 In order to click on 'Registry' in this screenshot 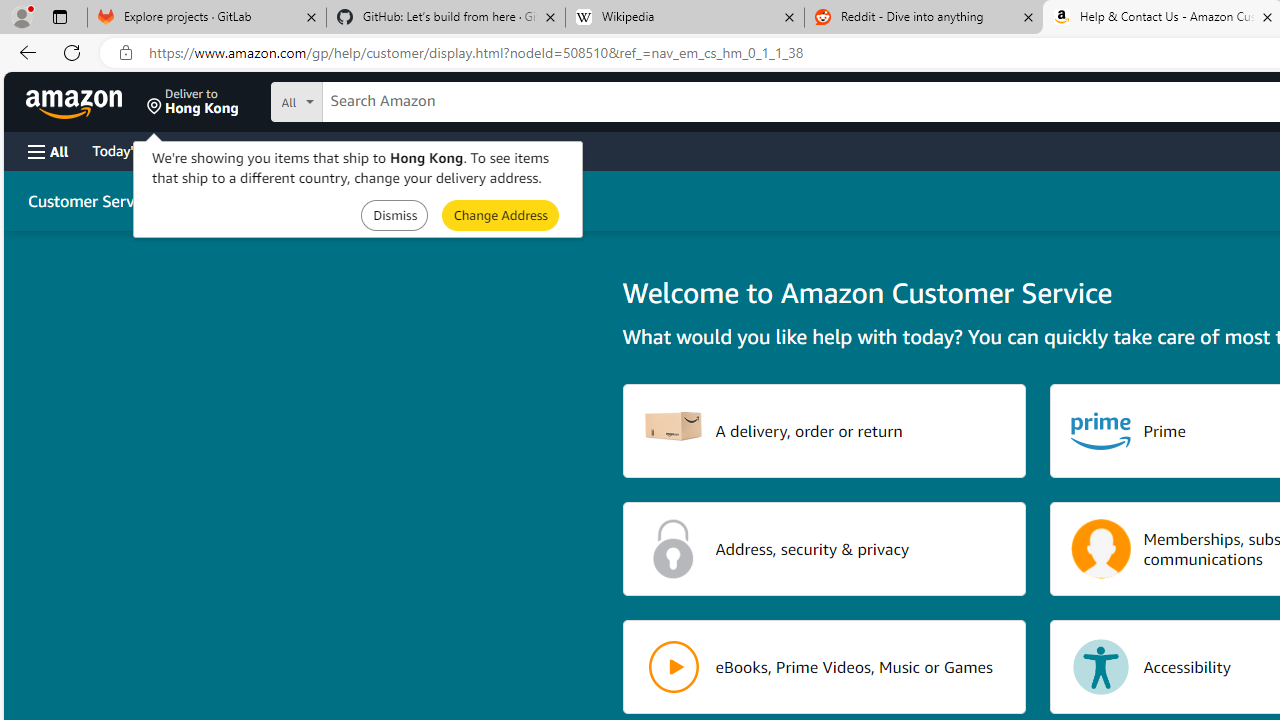, I will do `click(360, 149)`.